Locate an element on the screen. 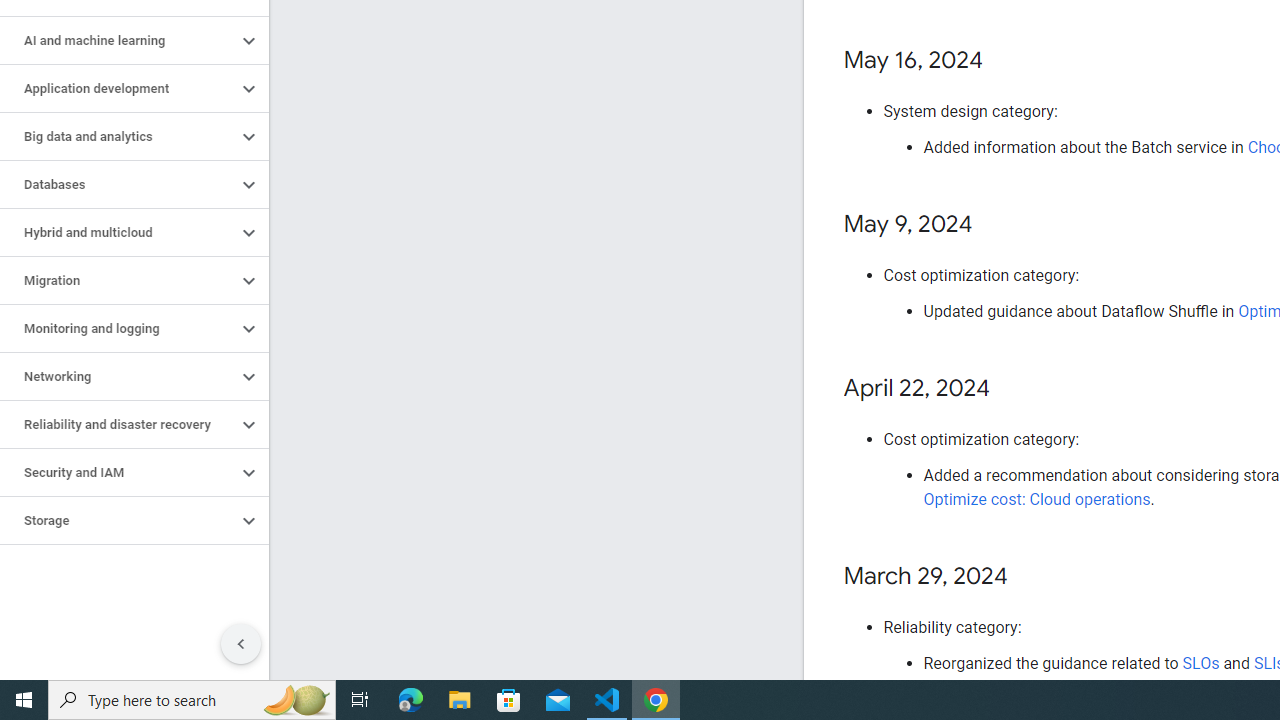 This screenshot has height=720, width=1280. 'Migration' is located at coordinates (117, 281).